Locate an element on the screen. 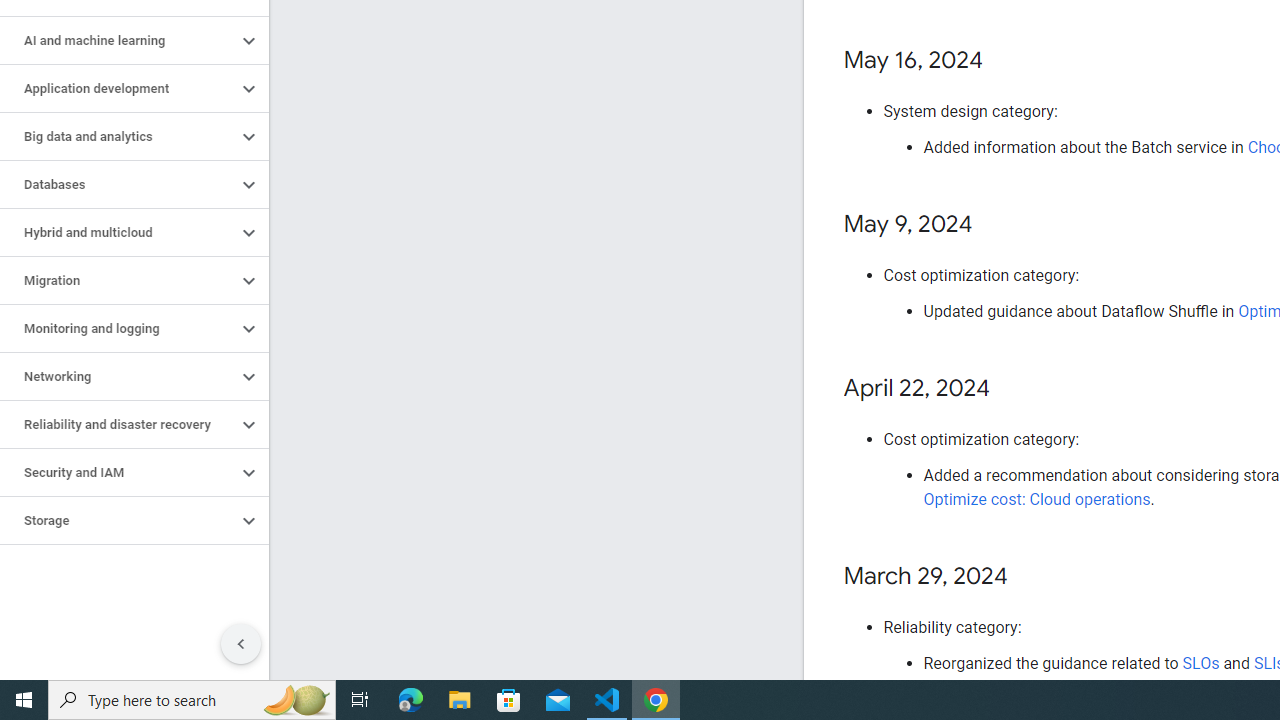 This screenshot has height=720, width=1280. 'Migration' is located at coordinates (117, 281).